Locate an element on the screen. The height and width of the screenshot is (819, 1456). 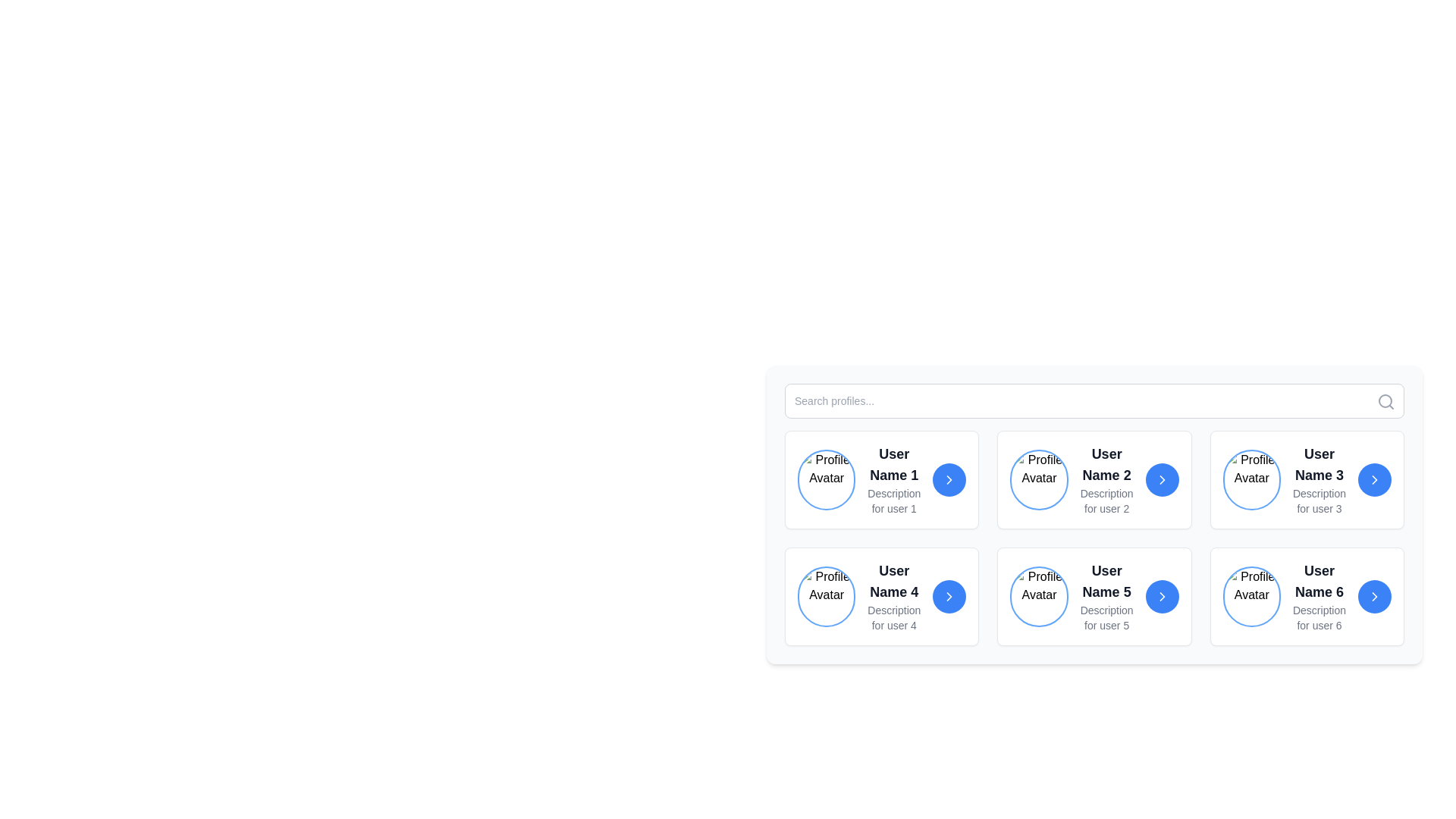
user information text displayed for User 2, located within a card layout, positioned between the profile picture and a blue circular arrow icon is located at coordinates (1106, 479).